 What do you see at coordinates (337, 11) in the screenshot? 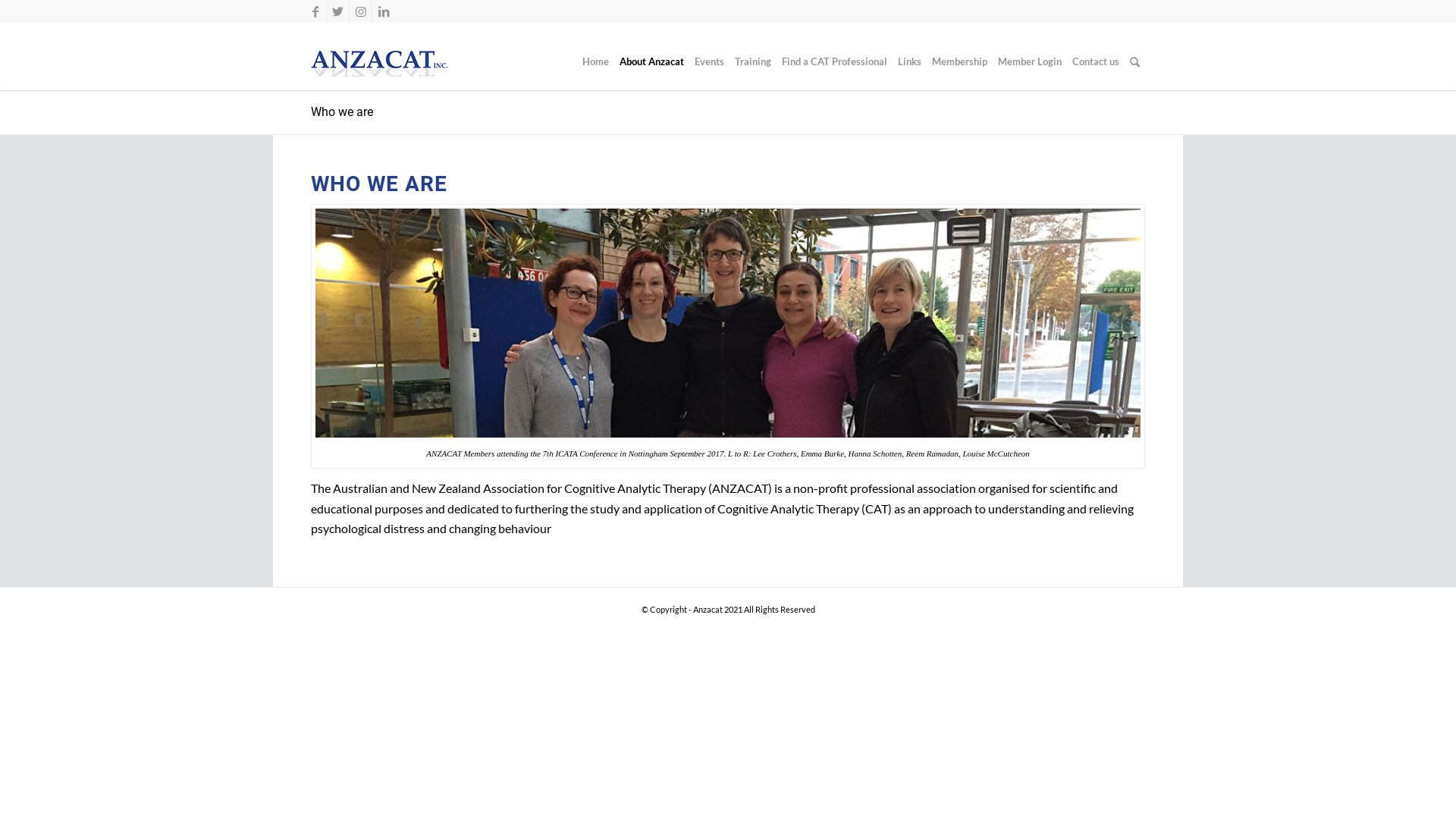
I see `'Twitter'` at bounding box center [337, 11].